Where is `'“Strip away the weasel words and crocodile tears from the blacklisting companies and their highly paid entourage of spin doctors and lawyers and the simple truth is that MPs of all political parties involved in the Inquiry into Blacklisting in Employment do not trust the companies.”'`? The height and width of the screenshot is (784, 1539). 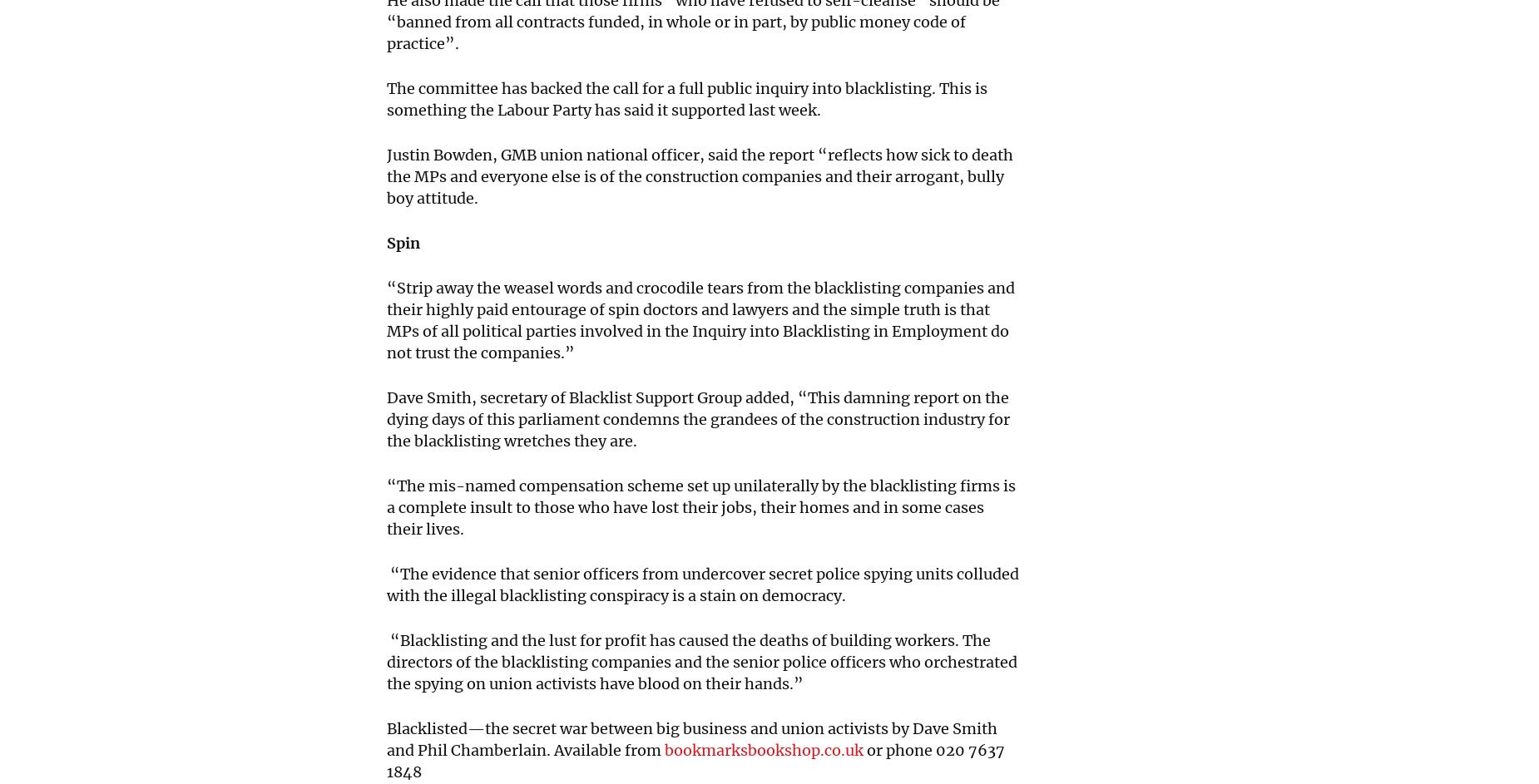 '“Strip away the weasel words and crocodile tears from the blacklisting companies and their highly paid entourage of spin doctors and lawyers and the simple truth is that MPs of all political parties involved in the Inquiry into Blacklisting in Employment do not trust the companies.”' is located at coordinates (700, 319).